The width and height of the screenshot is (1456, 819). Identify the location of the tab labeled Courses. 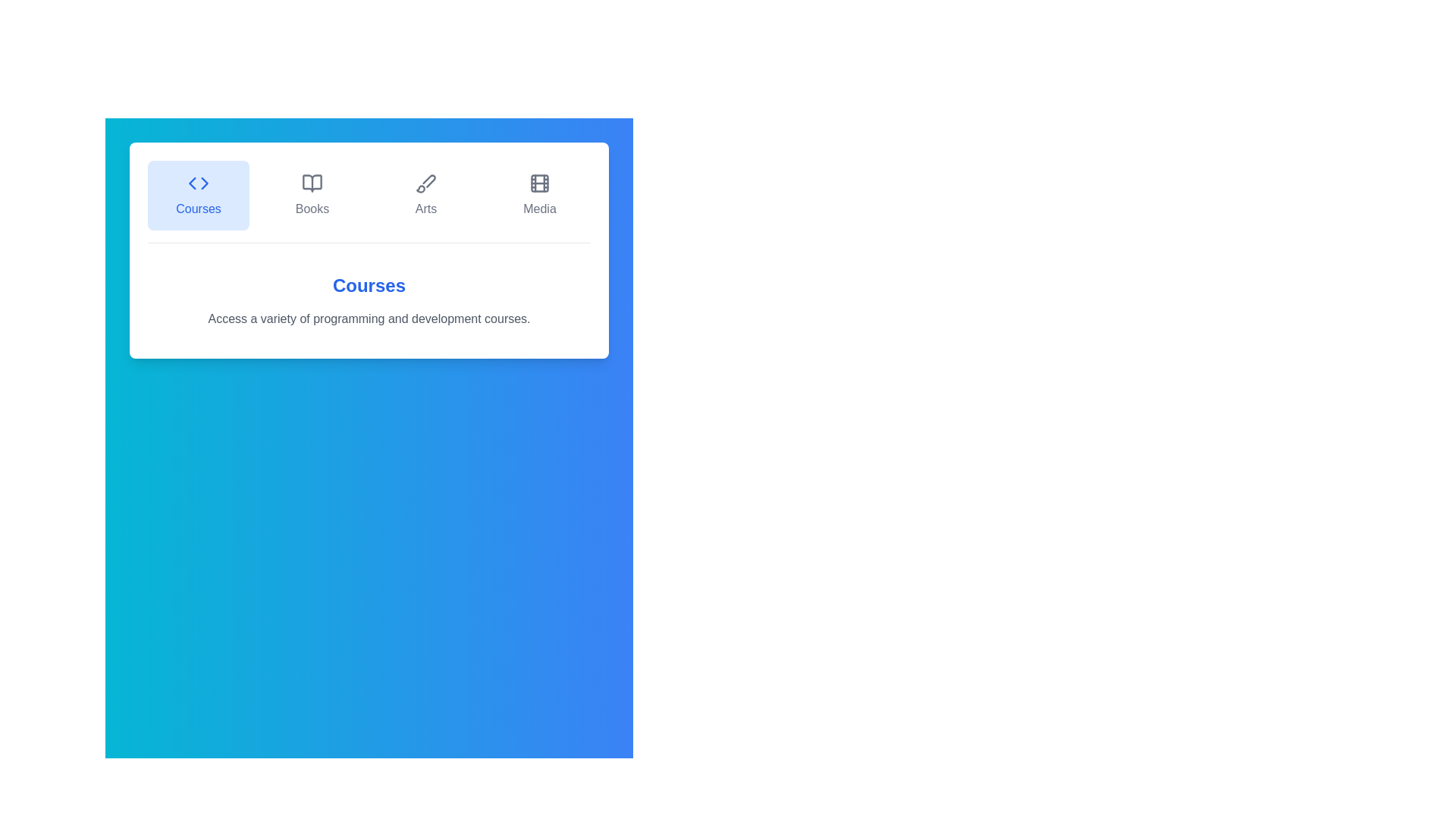
(198, 195).